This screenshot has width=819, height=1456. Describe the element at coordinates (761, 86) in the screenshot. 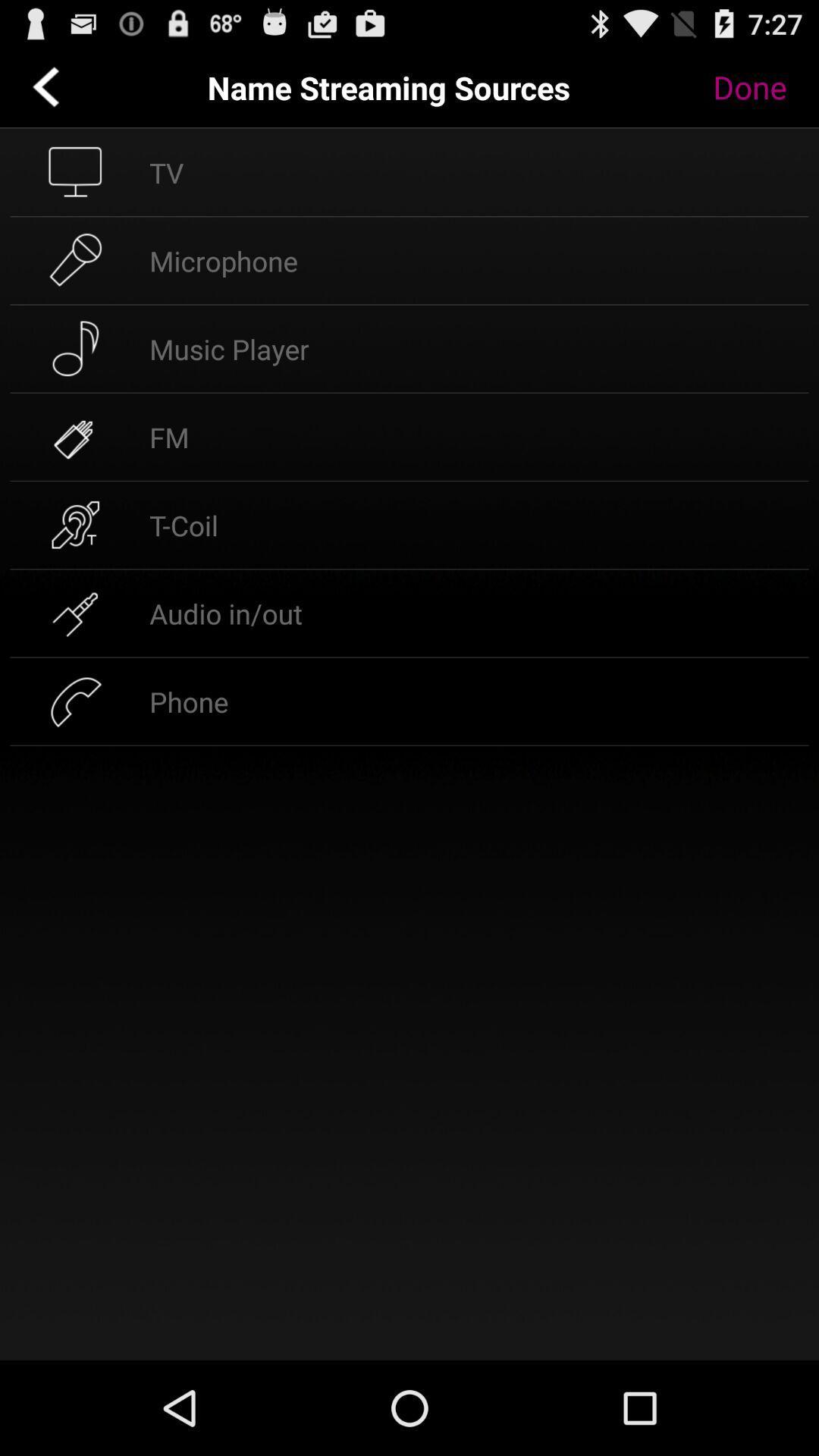

I see `done` at that location.